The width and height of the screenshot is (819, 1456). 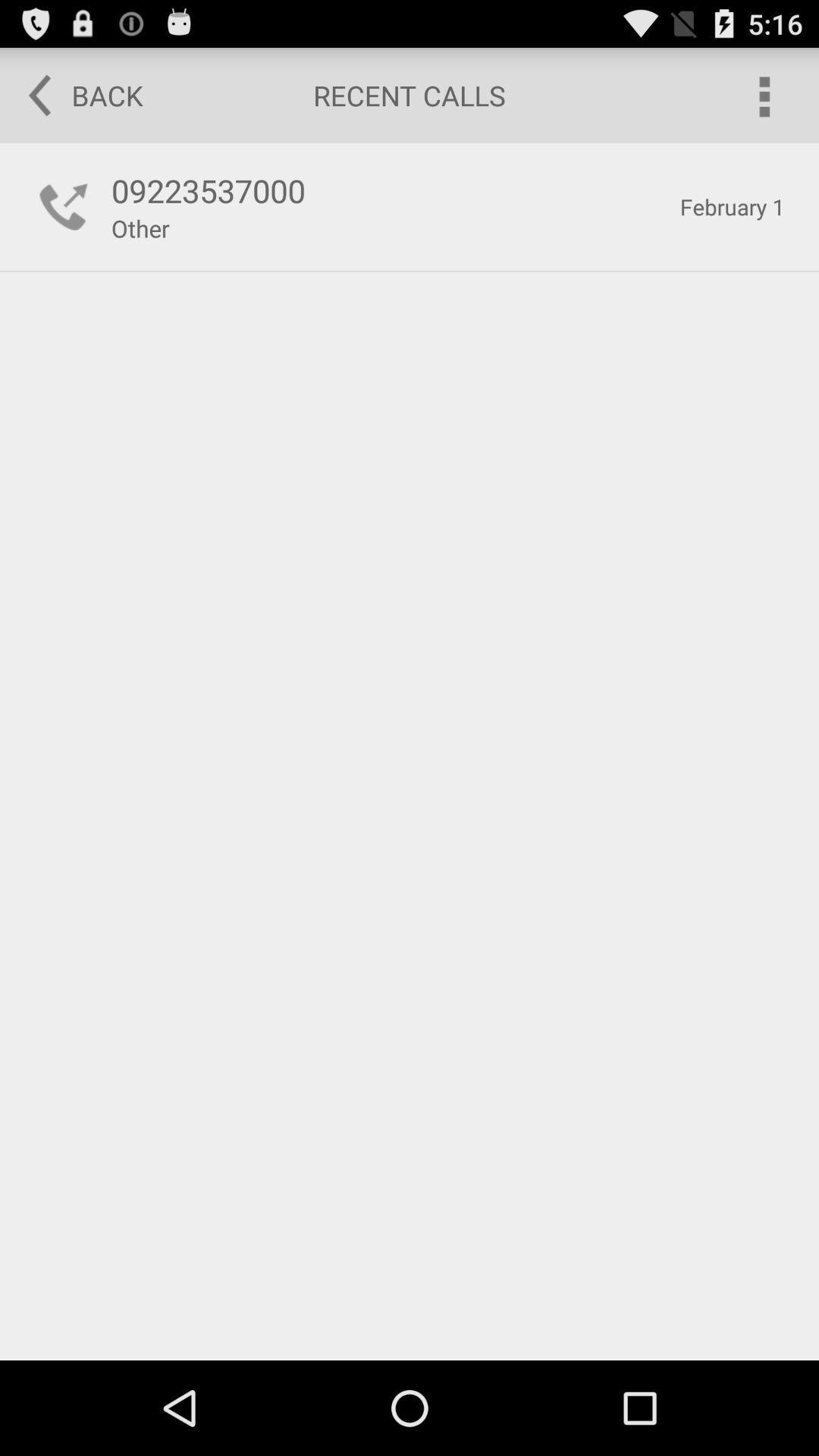 I want to click on the item above the other icon, so click(x=387, y=190).